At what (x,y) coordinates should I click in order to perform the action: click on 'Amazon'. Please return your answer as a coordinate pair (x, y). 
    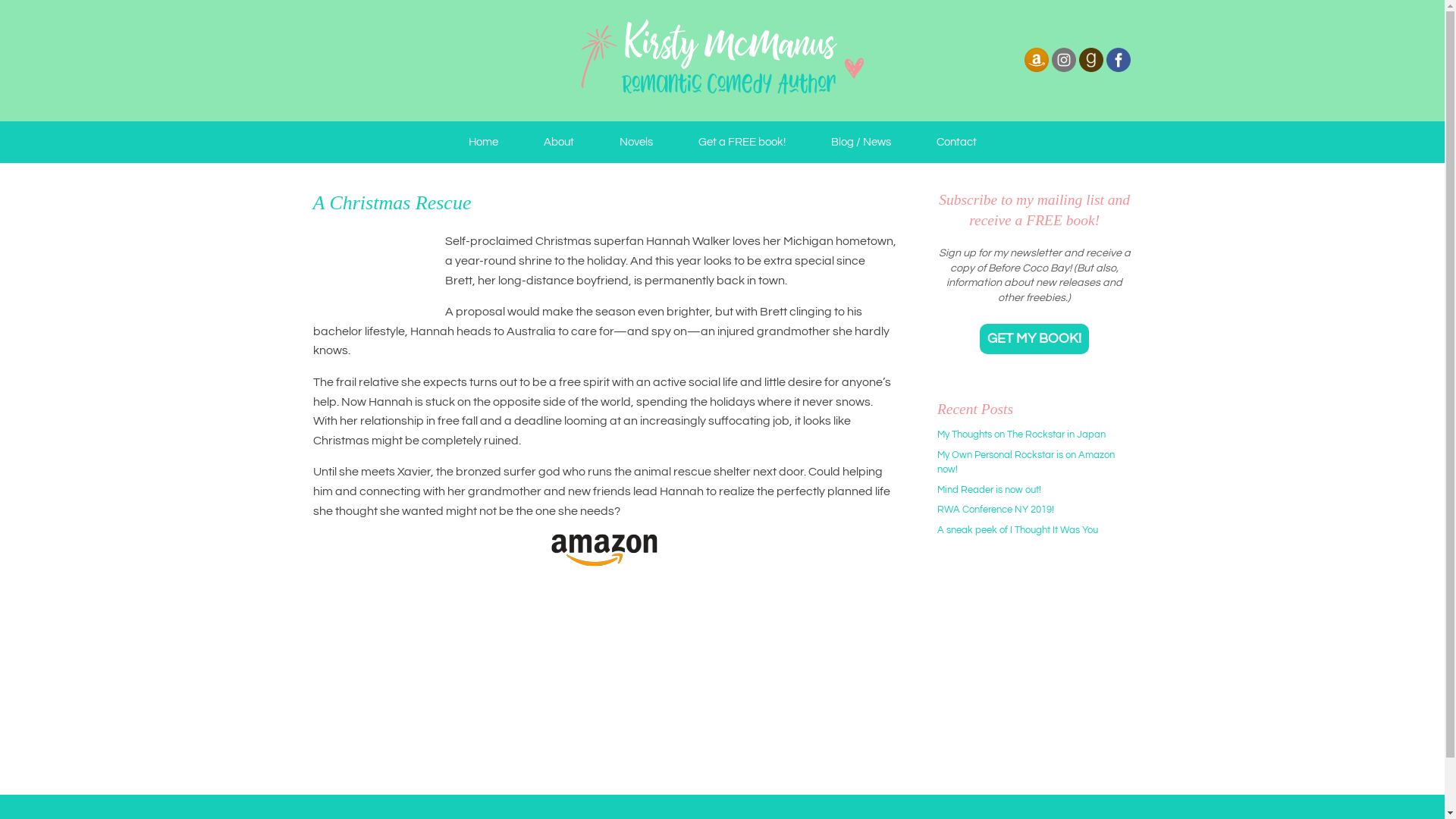
    Looking at the image, I should click on (1035, 58).